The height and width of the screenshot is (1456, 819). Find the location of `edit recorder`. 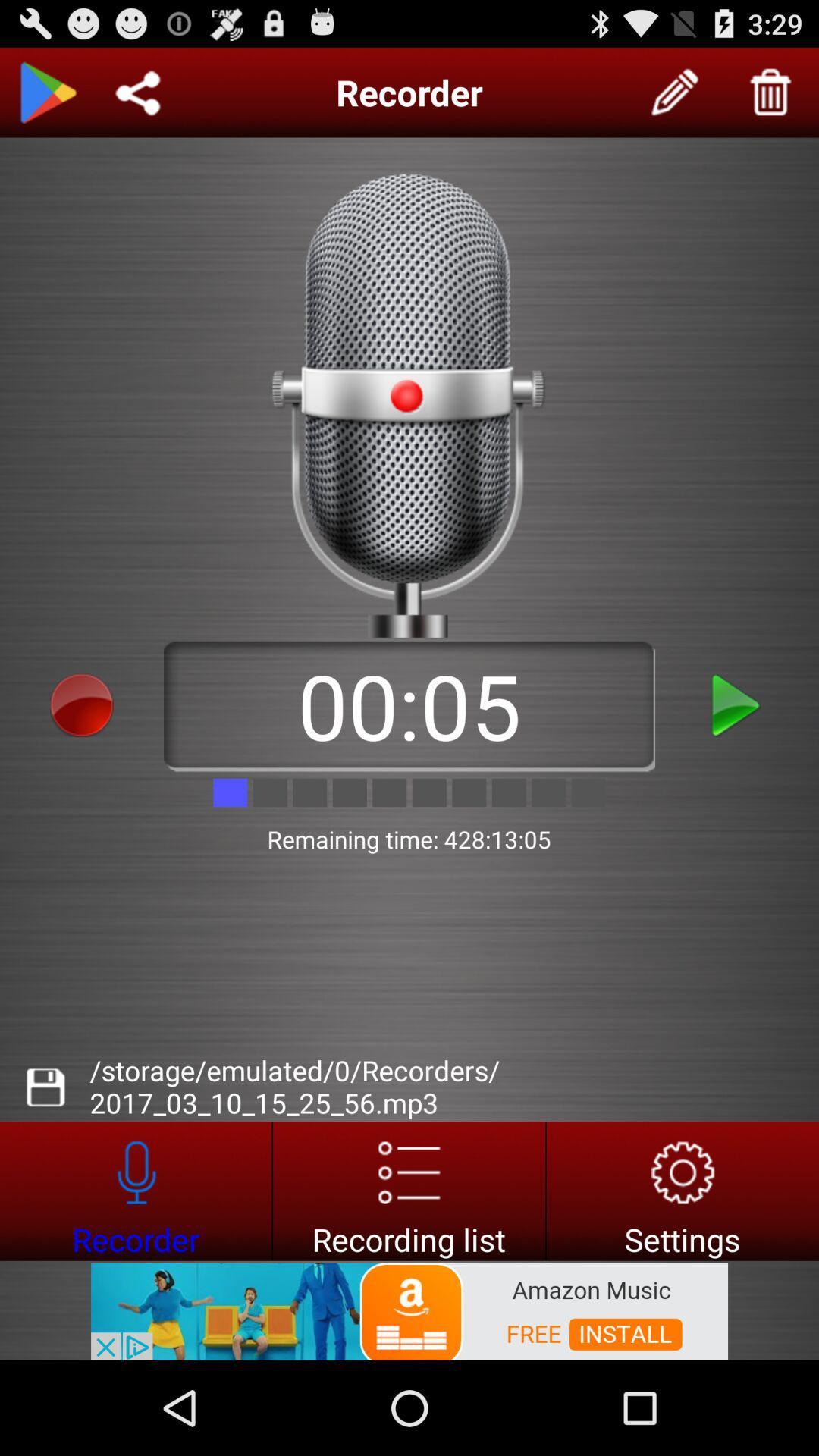

edit recorder is located at coordinates (675, 92).